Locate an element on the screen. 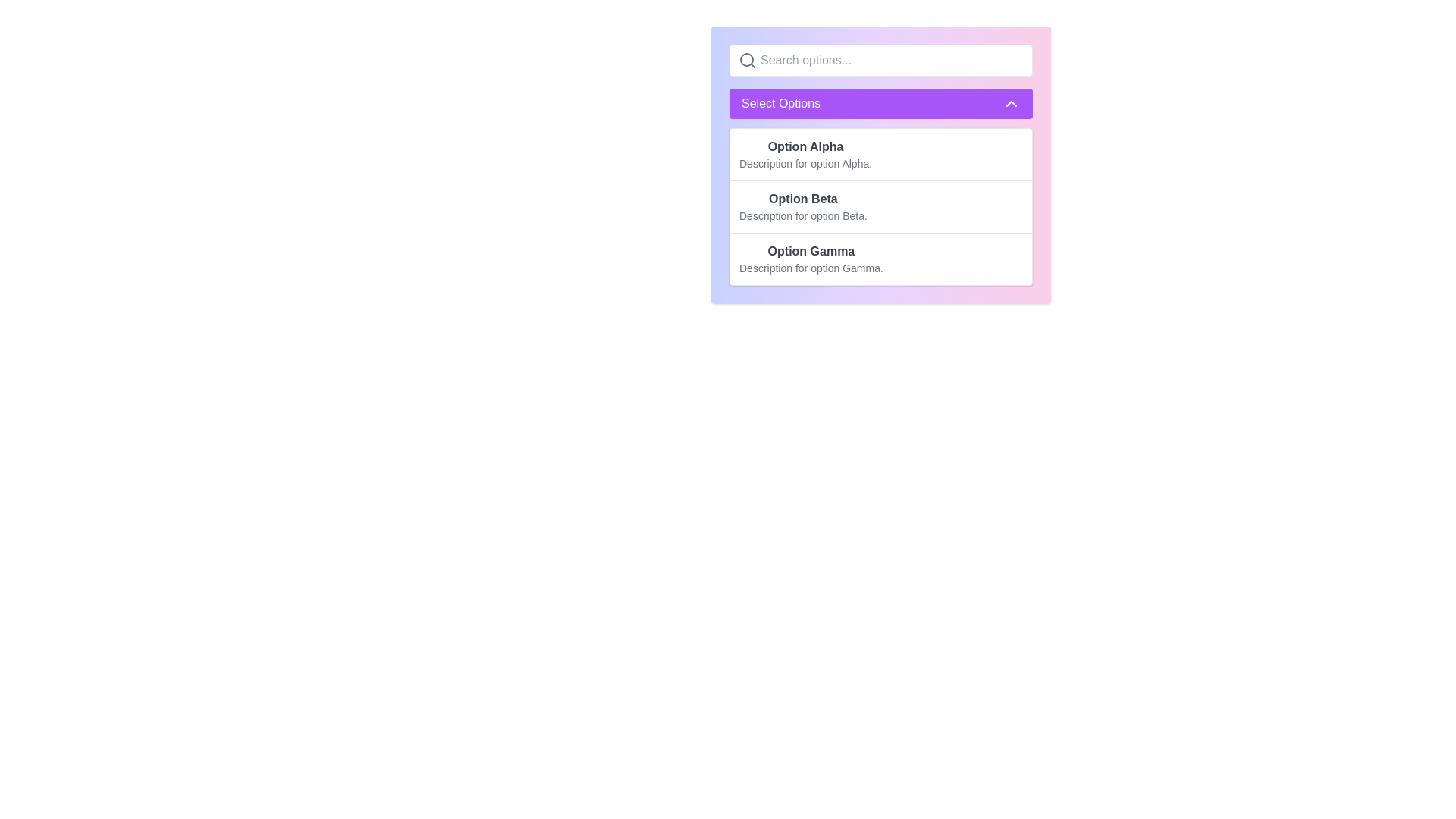 This screenshot has height=819, width=1456. the text label that describes the 'Option Gamma' entry in the dropdown selection list, located beneath the bolded title of this option is located at coordinates (811, 268).